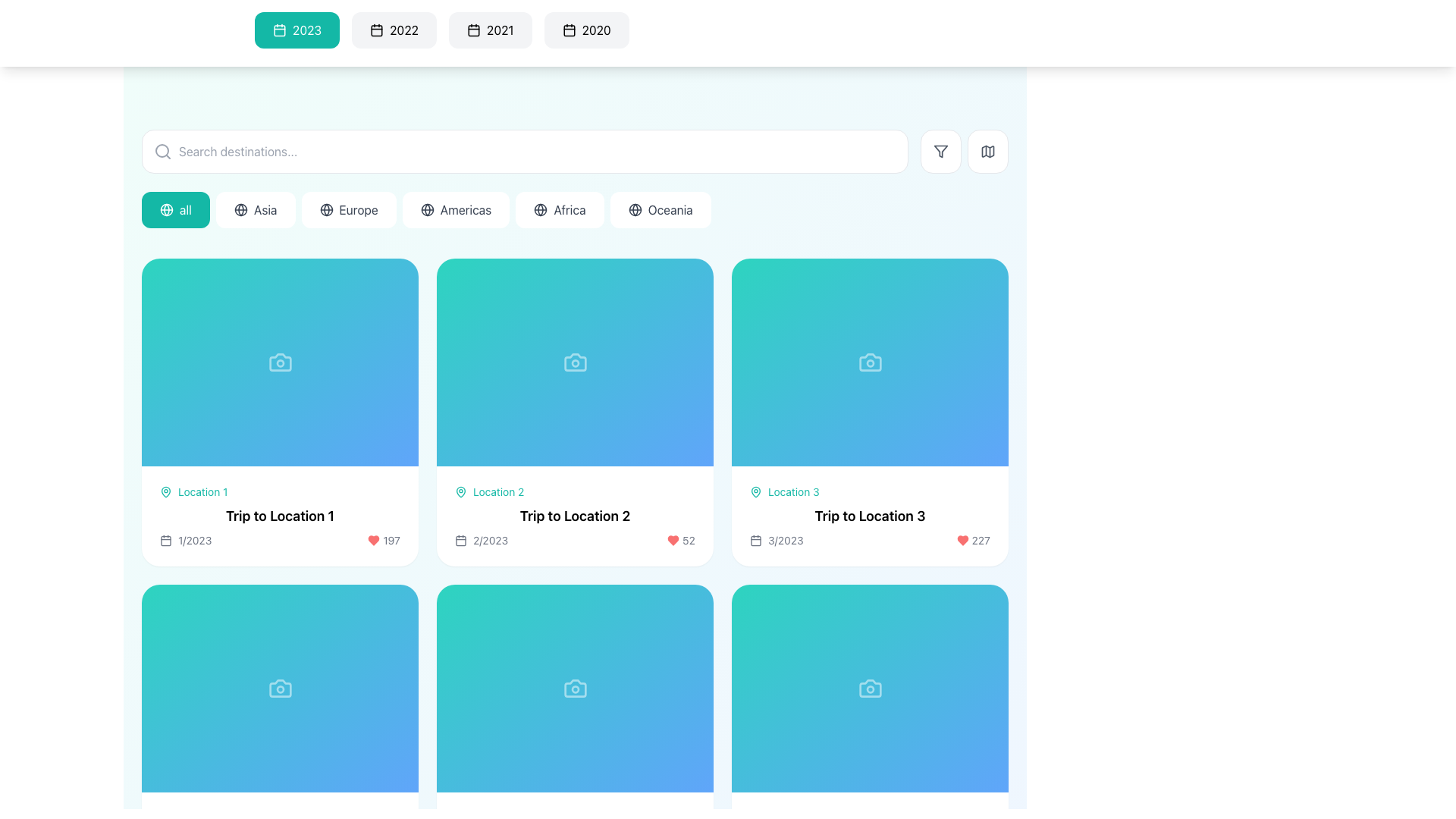  What do you see at coordinates (256, 210) in the screenshot?
I see `the Asia filter button, which is the second button in a horizontal row of navigation buttons, located between the 'all' button and the 'Europe' button` at bounding box center [256, 210].